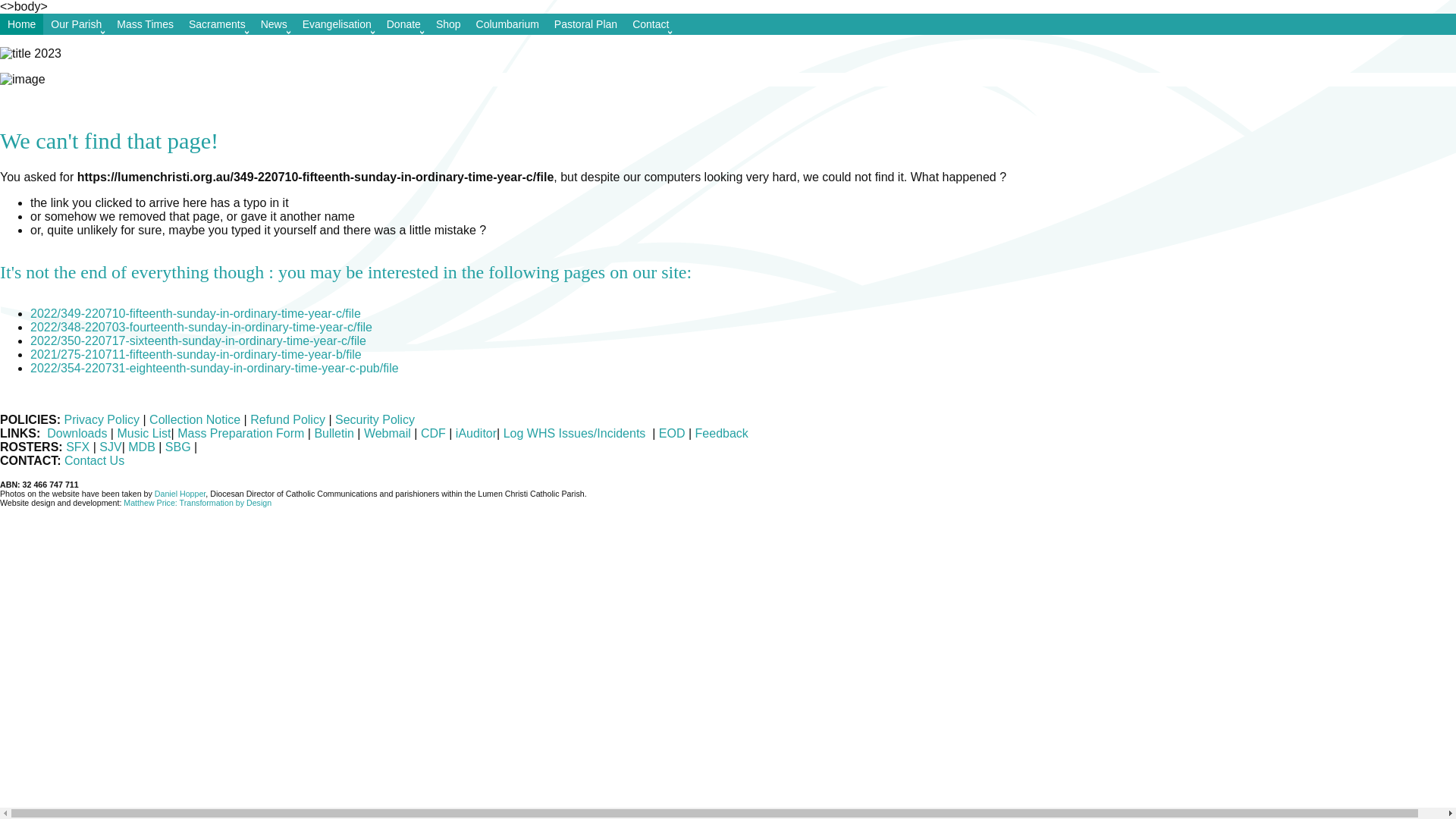 The width and height of the screenshot is (1456, 819). Describe the element at coordinates (691, 433) in the screenshot. I see `'Feedback'` at that location.